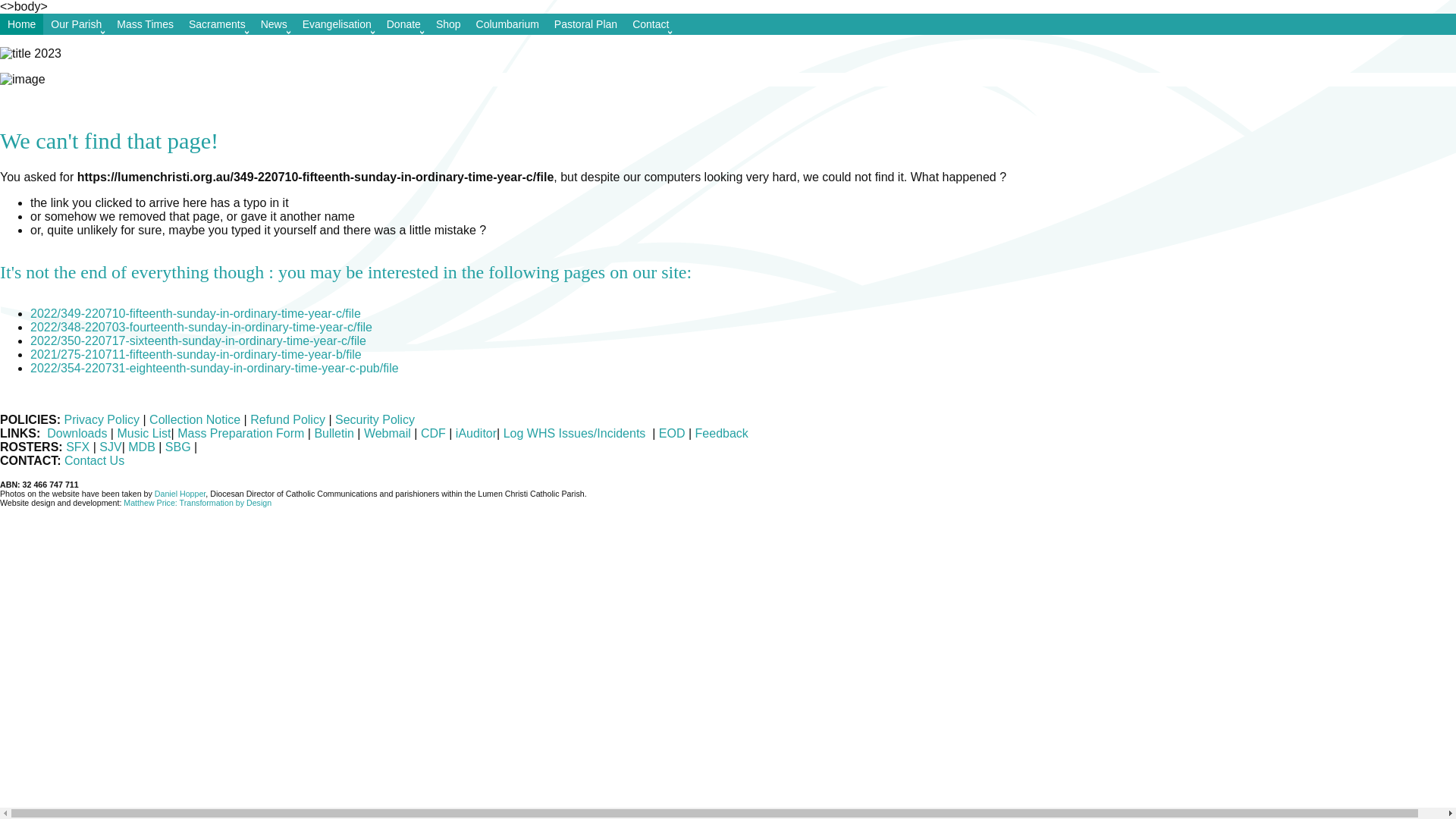 The width and height of the screenshot is (1456, 819). Describe the element at coordinates (691, 433) in the screenshot. I see `'Feedback'` at that location.